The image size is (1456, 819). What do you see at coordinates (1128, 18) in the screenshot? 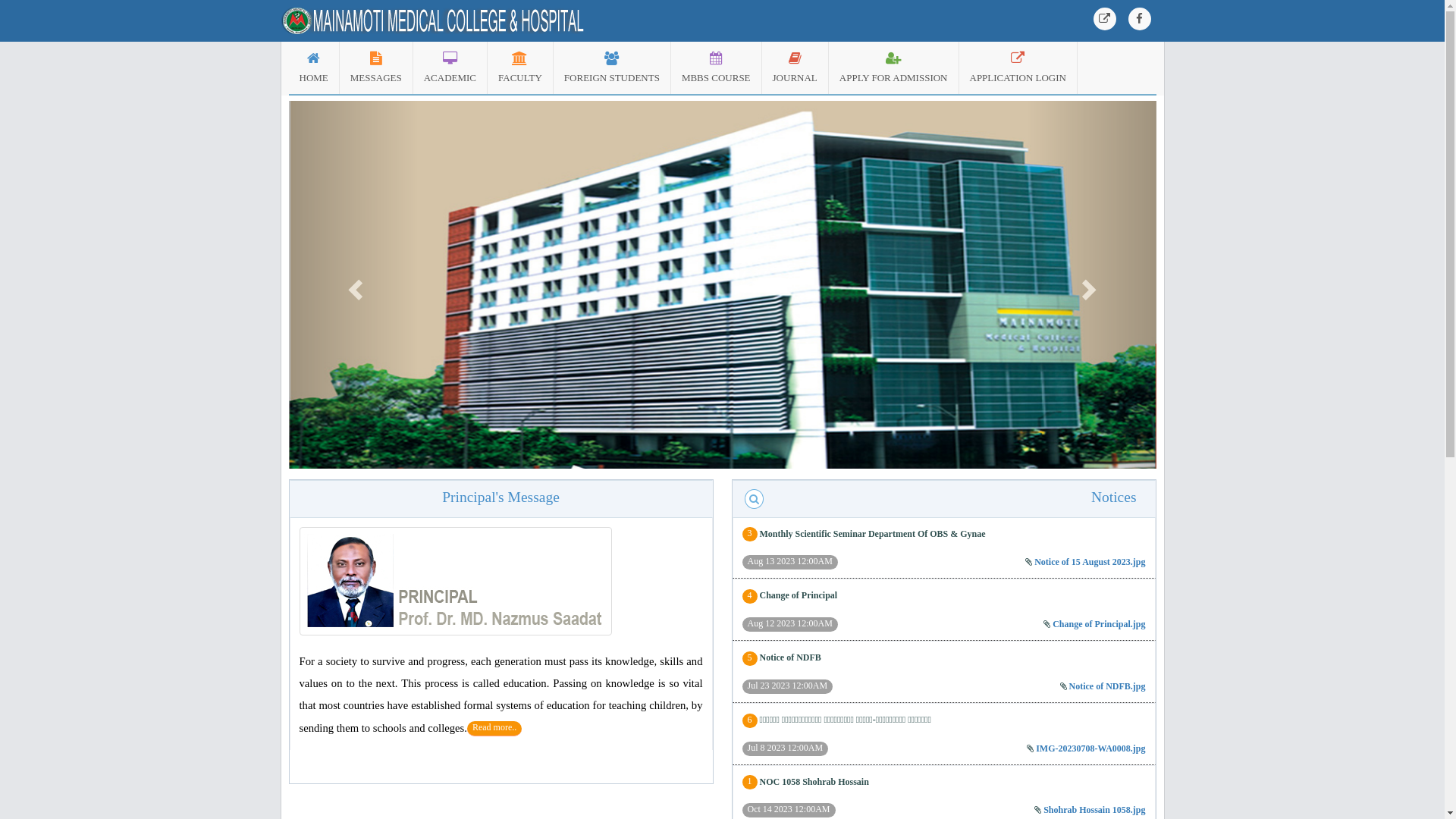
I see `'Facebook'` at bounding box center [1128, 18].